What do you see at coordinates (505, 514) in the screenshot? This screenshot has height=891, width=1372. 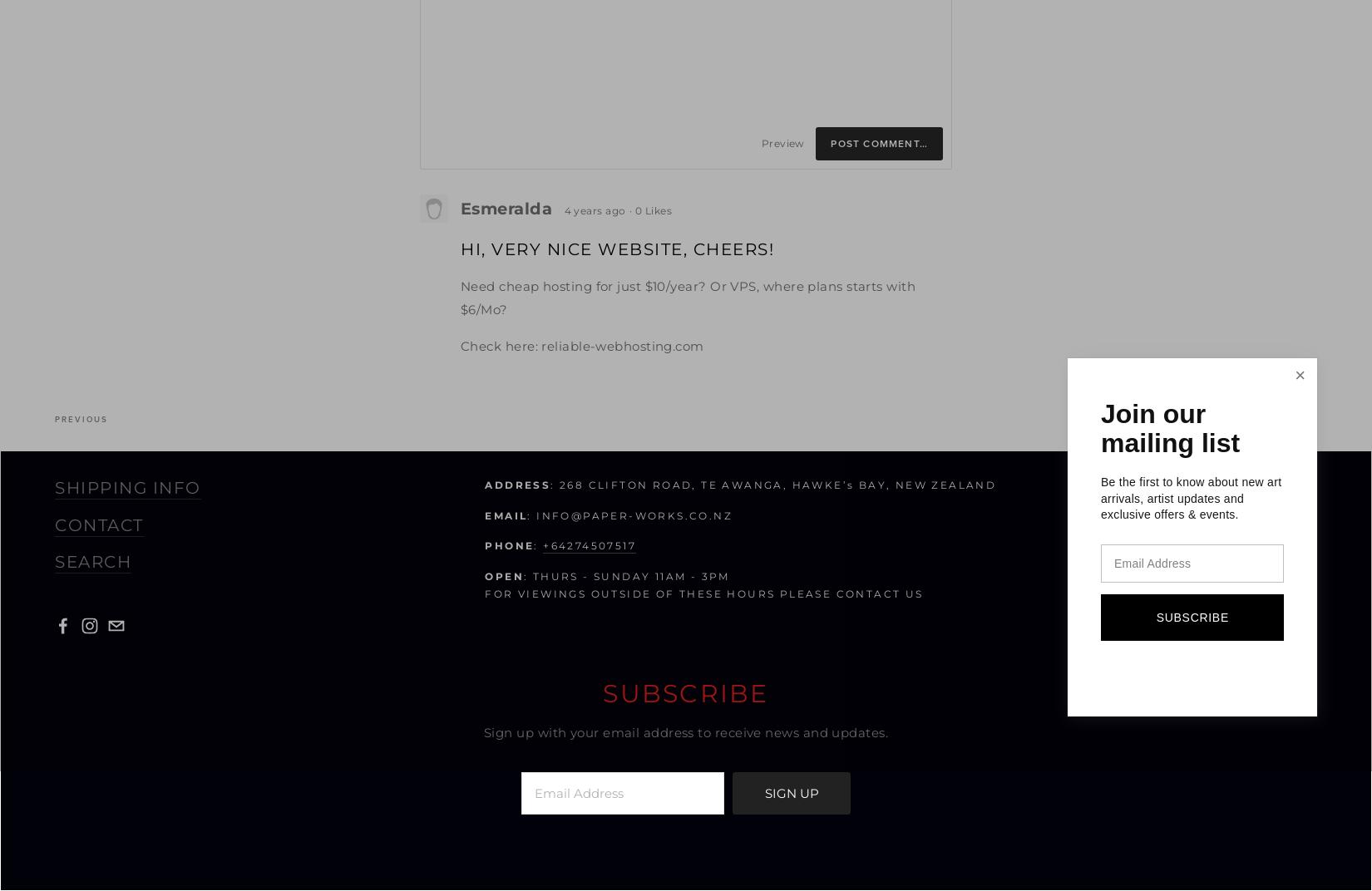 I see `'EMAIL'` at bounding box center [505, 514].